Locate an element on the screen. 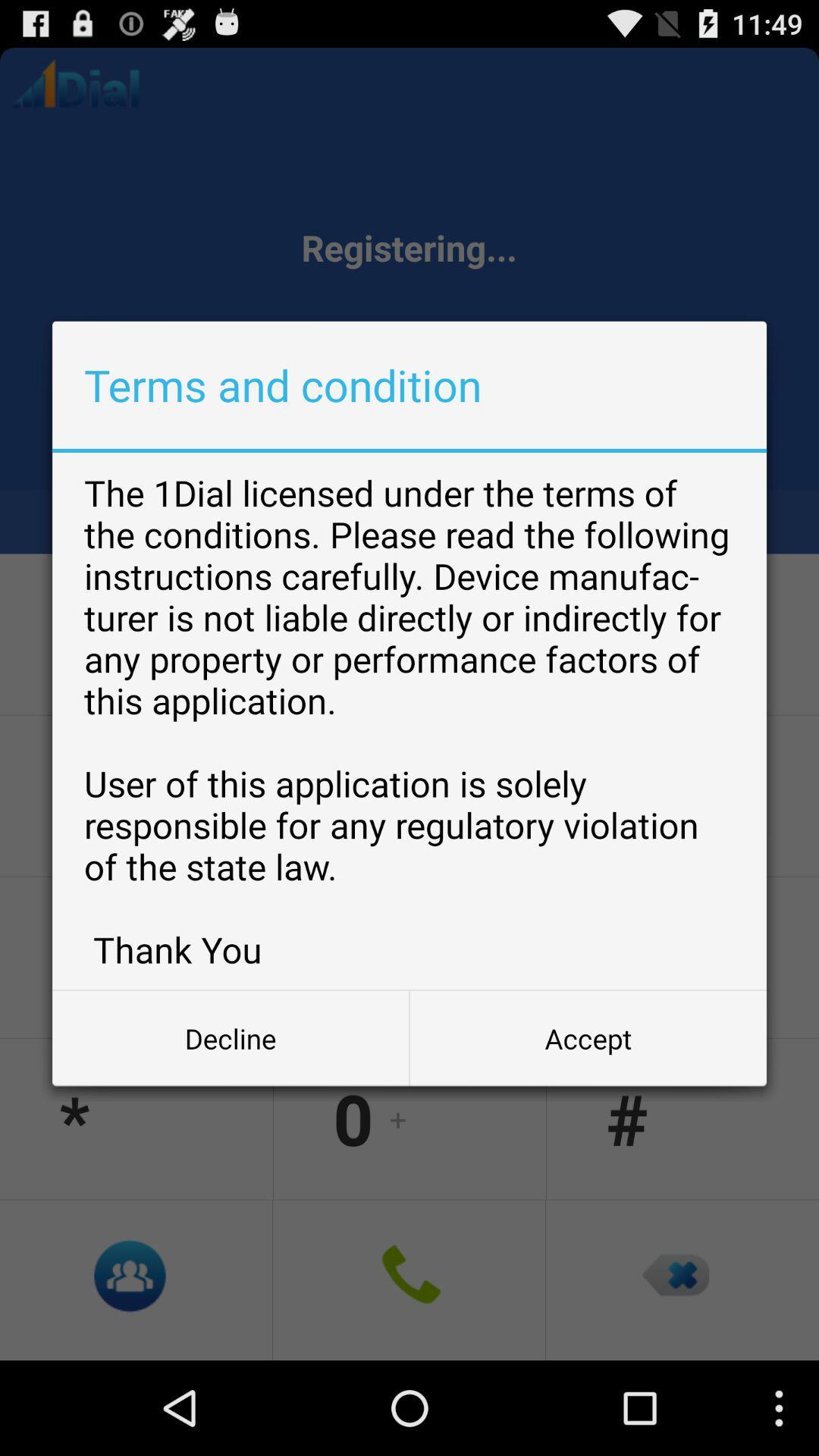 This screenshot has width=819, height=1456. the icon next to the decline button is located at coordinates (587, 1037).